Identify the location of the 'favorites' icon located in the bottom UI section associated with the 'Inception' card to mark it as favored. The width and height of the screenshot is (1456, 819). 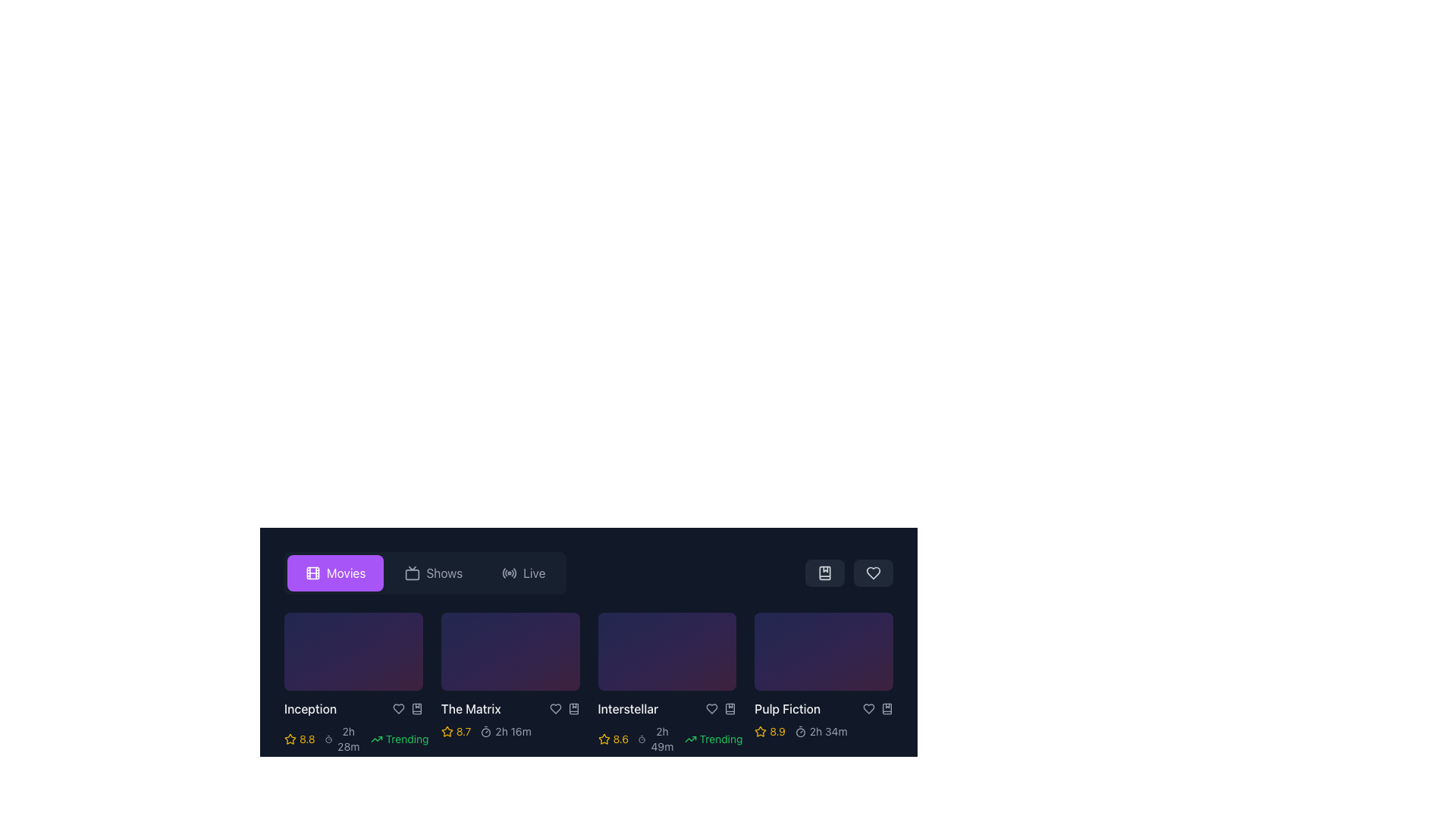
(398, 708).